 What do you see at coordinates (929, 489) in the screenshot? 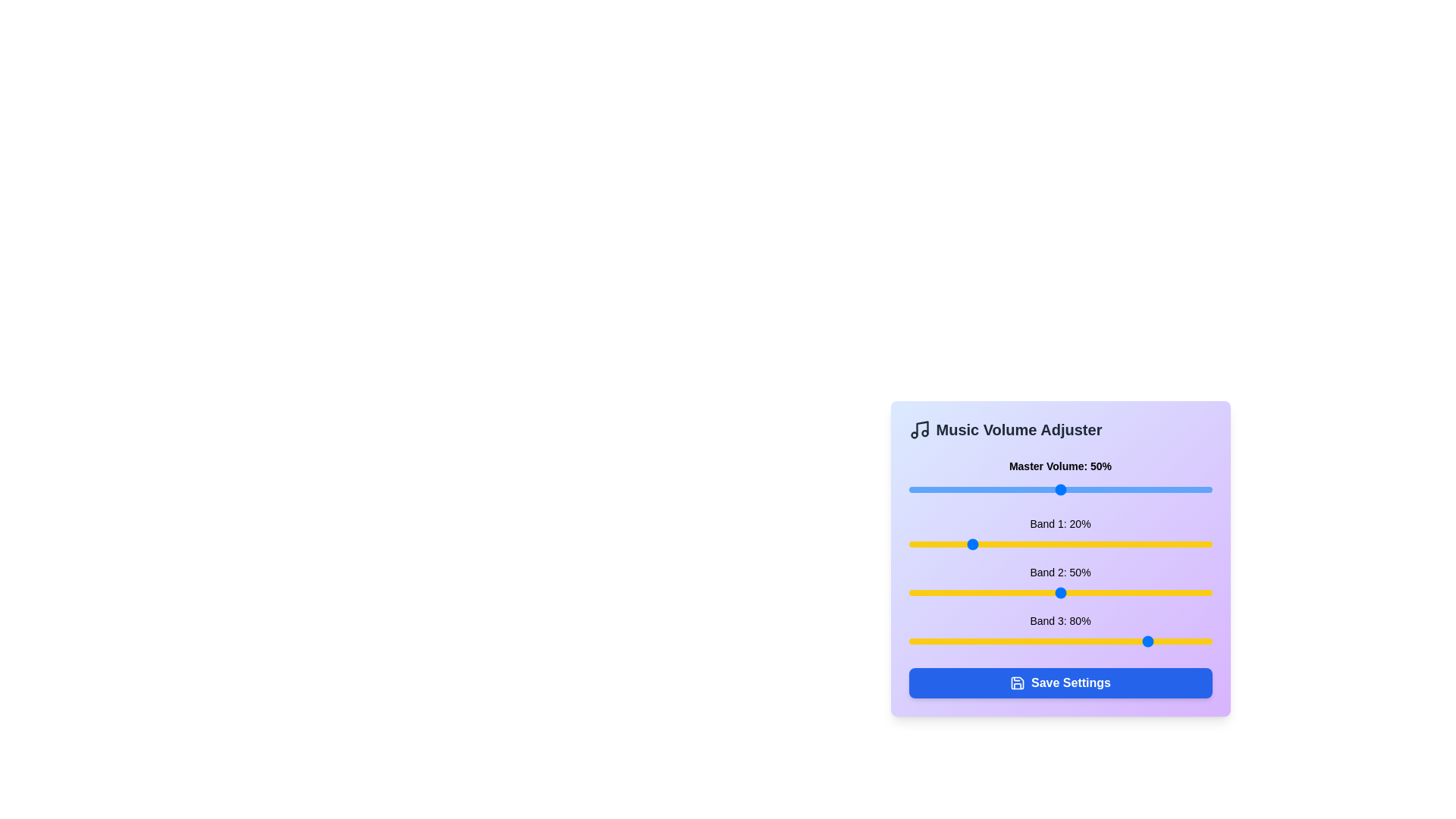
I see `the master volume` at bounding box center [929, 489].